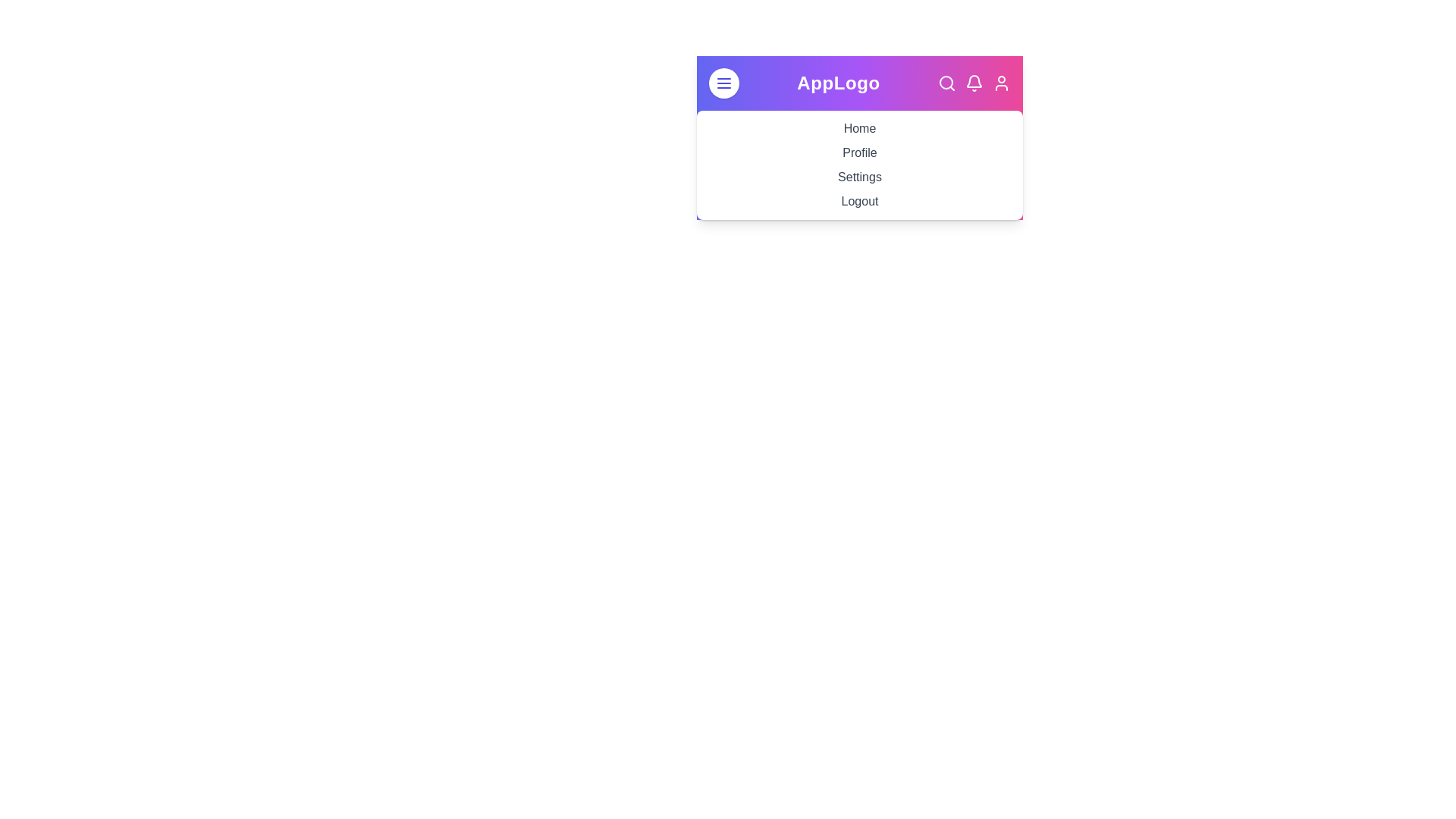 This screenshot has width=1456, height=819. I want to click on the search icon in the navigation bar, so click(946, 83).